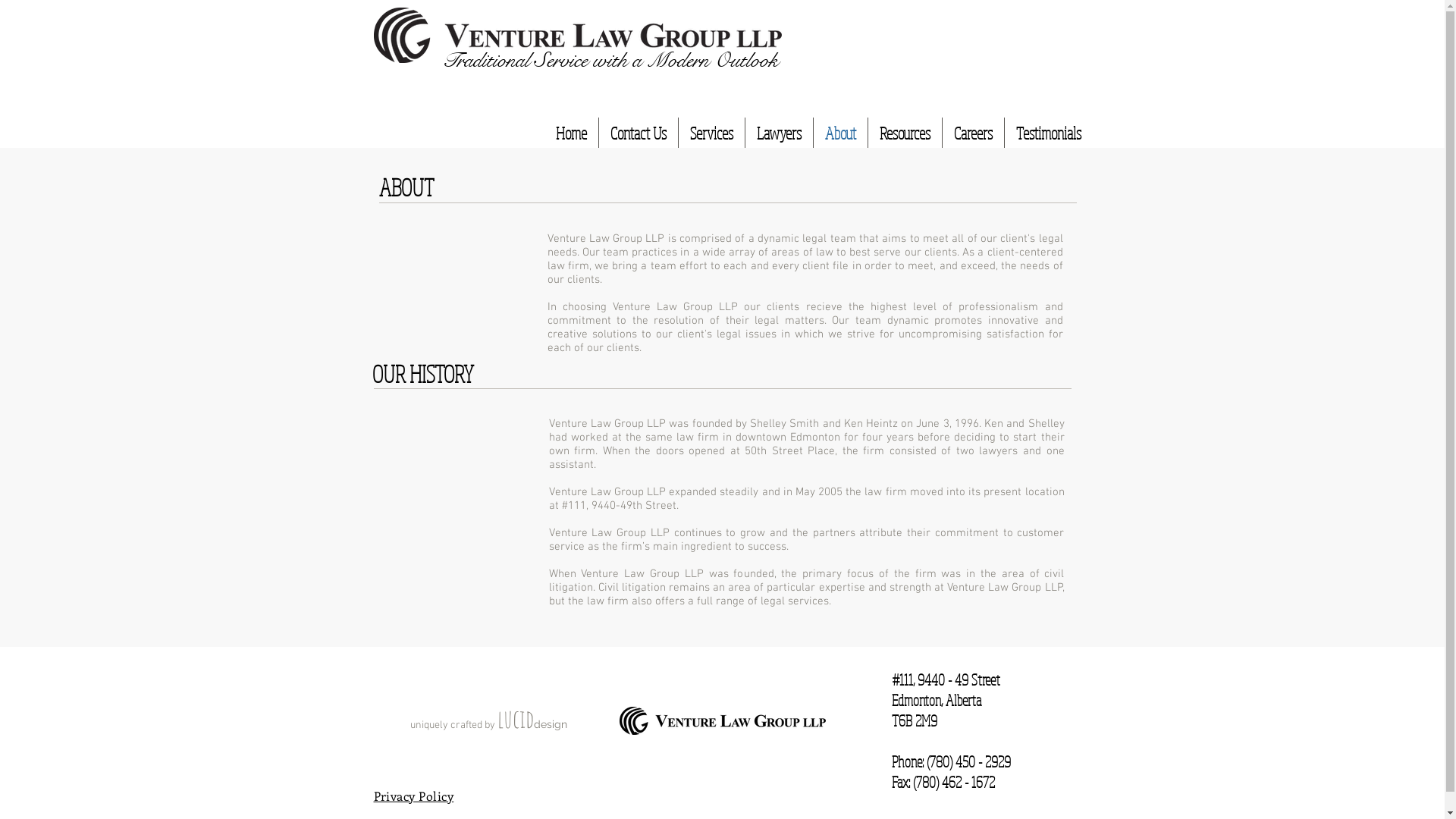 This screenshot has width=1456, height=819. I want to click on 'Privacy Policy', so click(413, 795).